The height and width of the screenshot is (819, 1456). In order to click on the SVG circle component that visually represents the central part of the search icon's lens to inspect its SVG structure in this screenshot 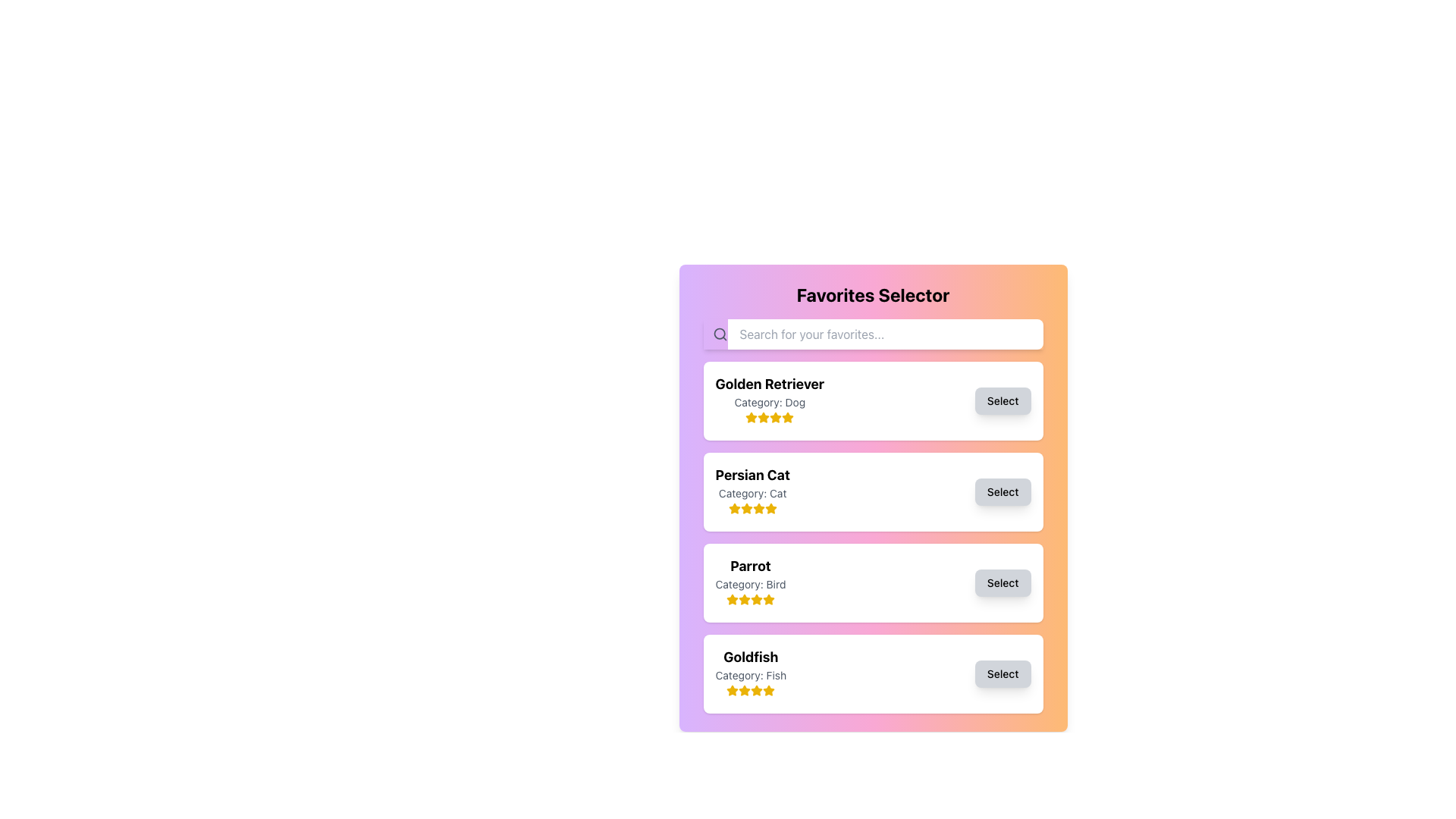, I will do `click(718, 333)`.